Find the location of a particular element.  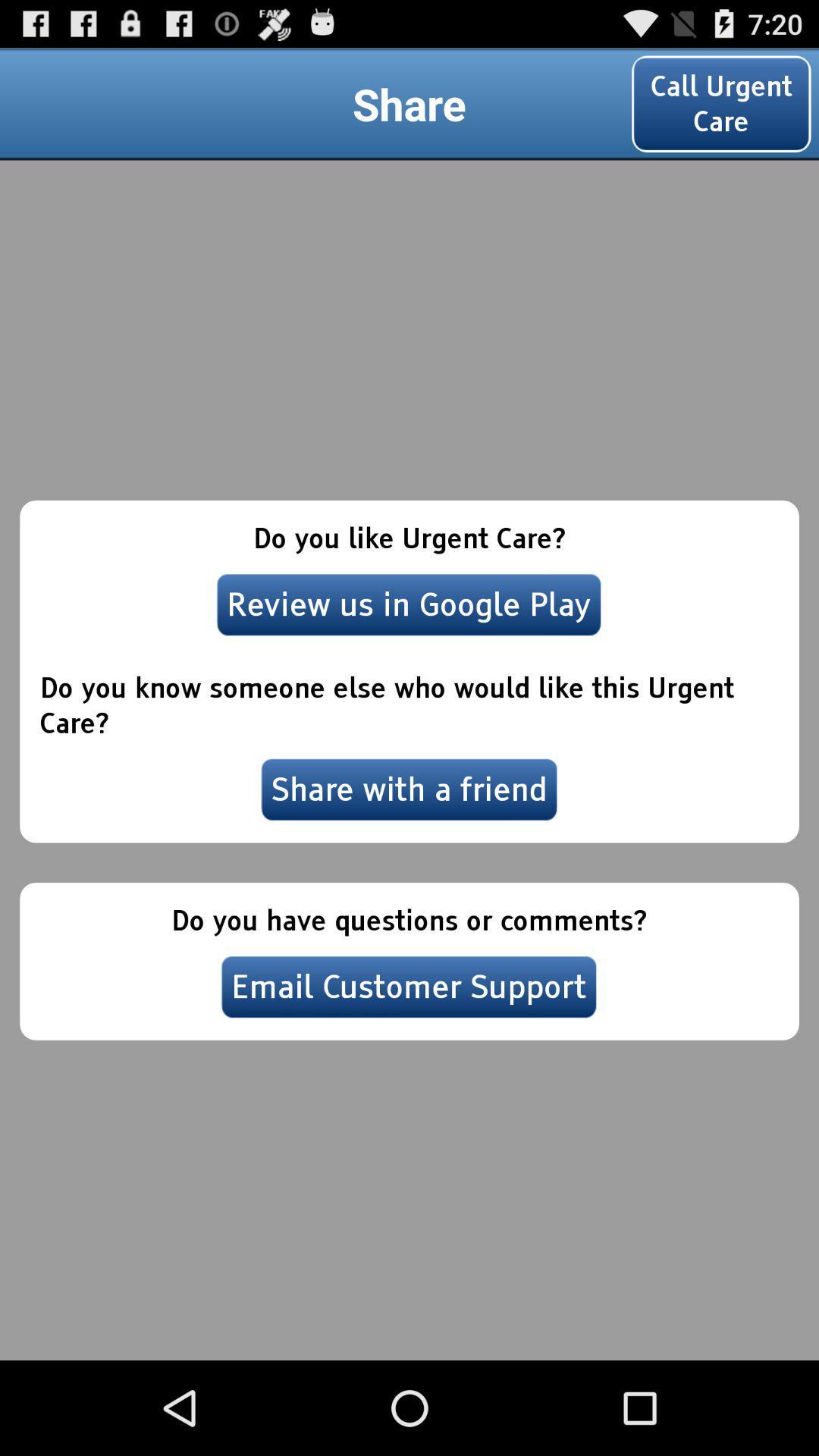

share with a is located at coordinates (409, 789).